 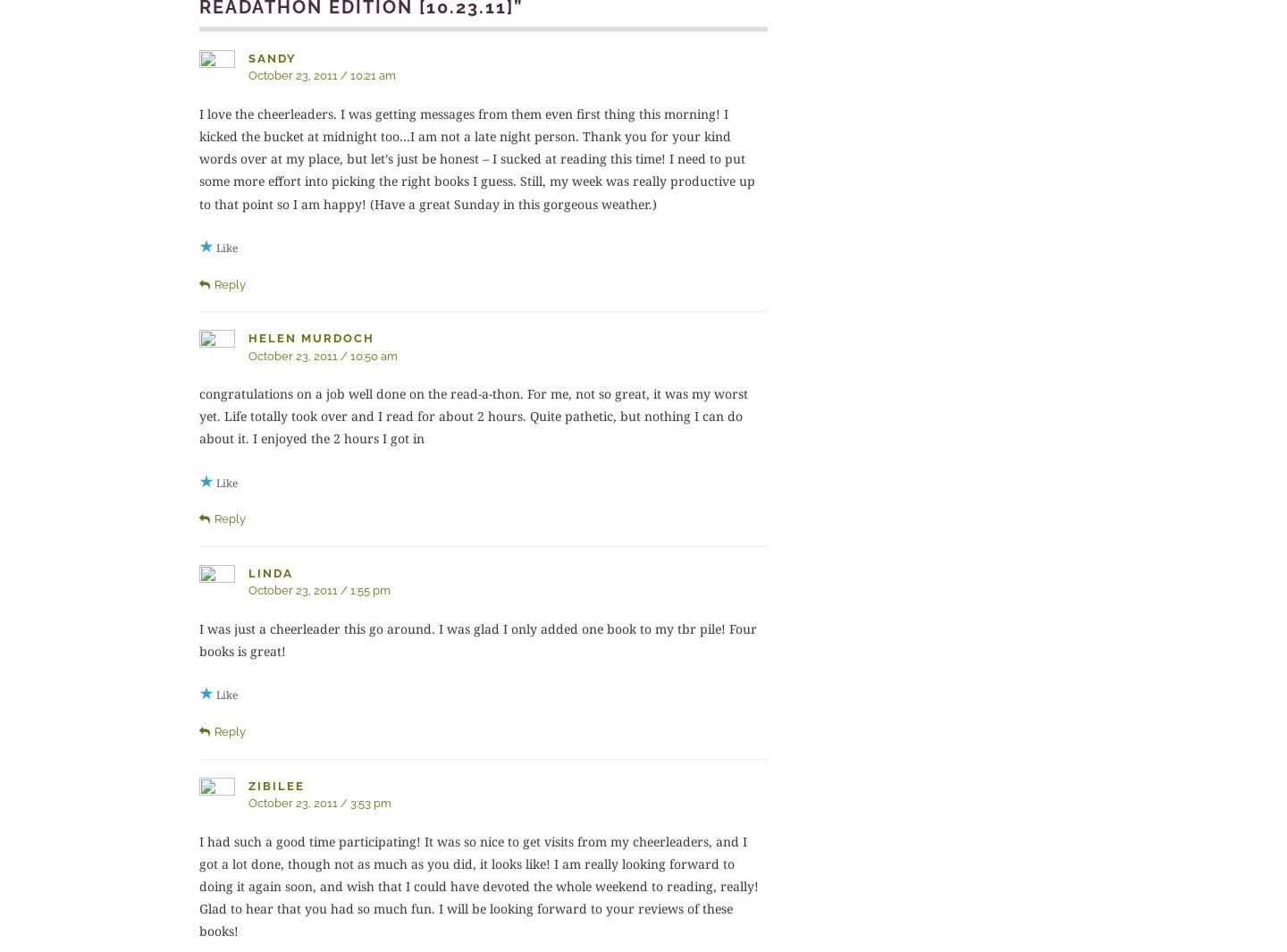 I want to click on 'Helen Murdoch', so click(x=311, y=337).